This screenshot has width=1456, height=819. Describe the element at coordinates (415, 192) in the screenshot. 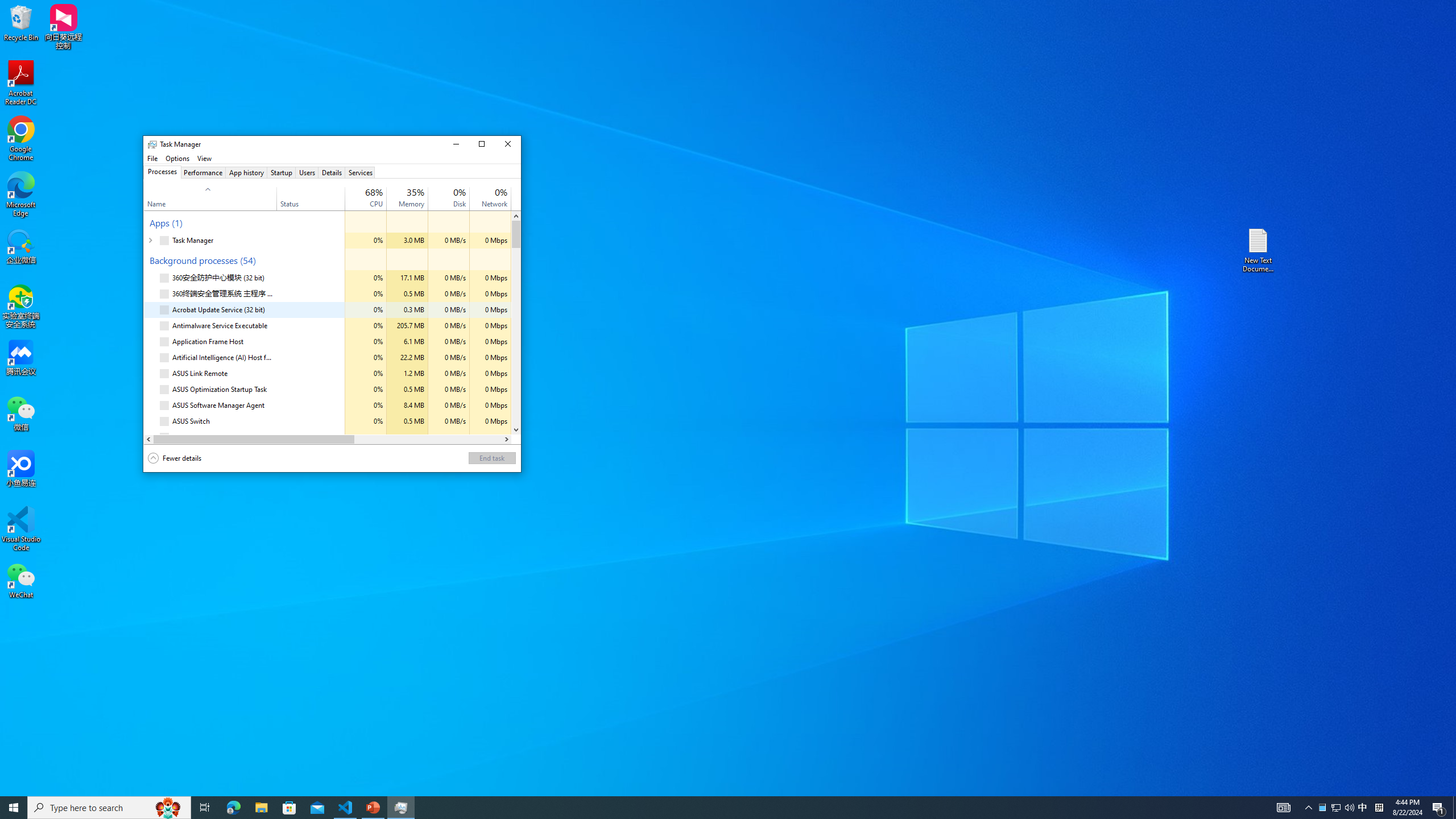

I see `'36%'` at that location.